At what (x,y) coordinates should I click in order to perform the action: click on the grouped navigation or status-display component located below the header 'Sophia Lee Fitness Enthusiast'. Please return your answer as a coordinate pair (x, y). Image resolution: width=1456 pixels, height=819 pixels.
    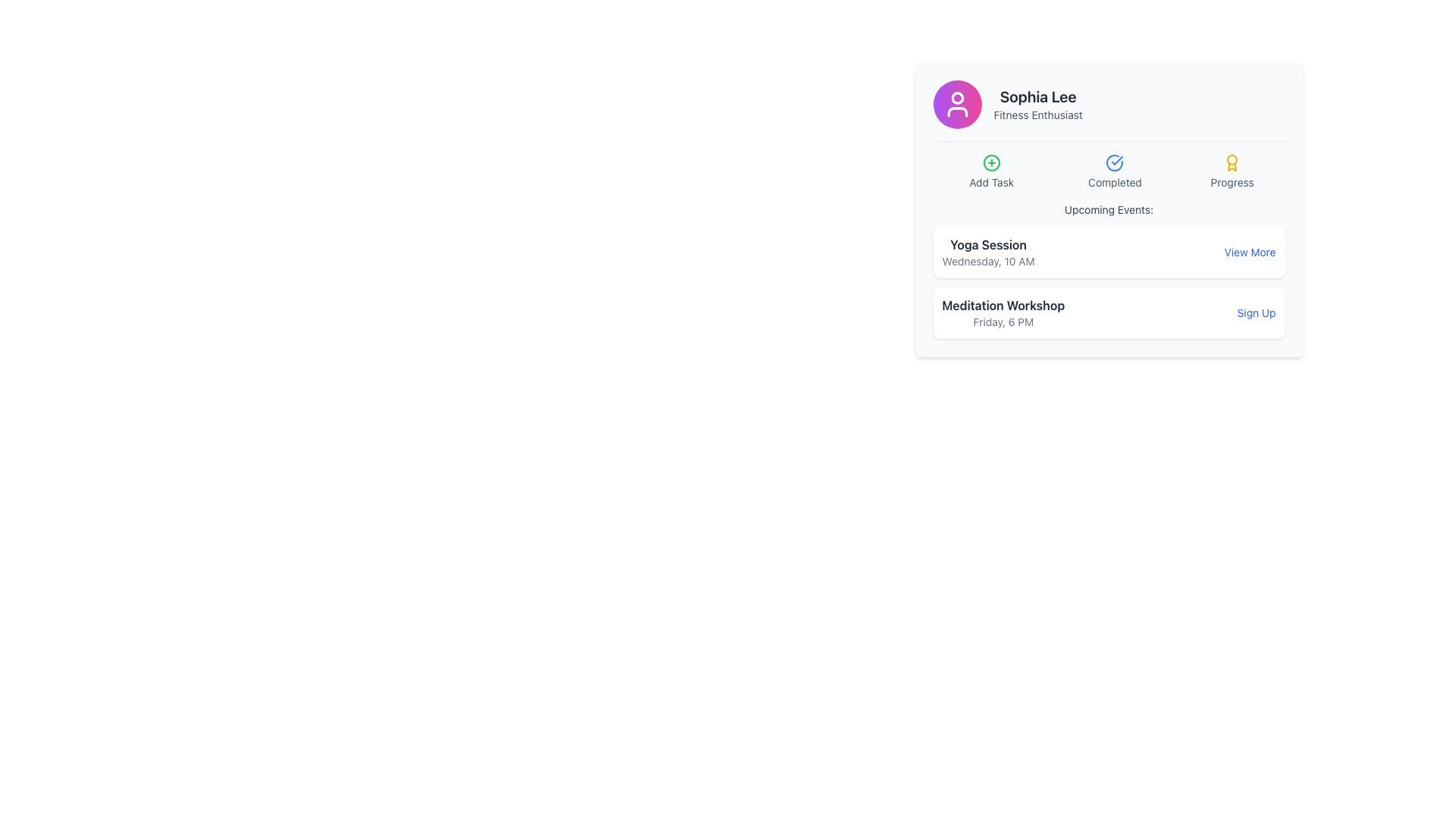
    Looking at the image, I should click on (1109, 171).